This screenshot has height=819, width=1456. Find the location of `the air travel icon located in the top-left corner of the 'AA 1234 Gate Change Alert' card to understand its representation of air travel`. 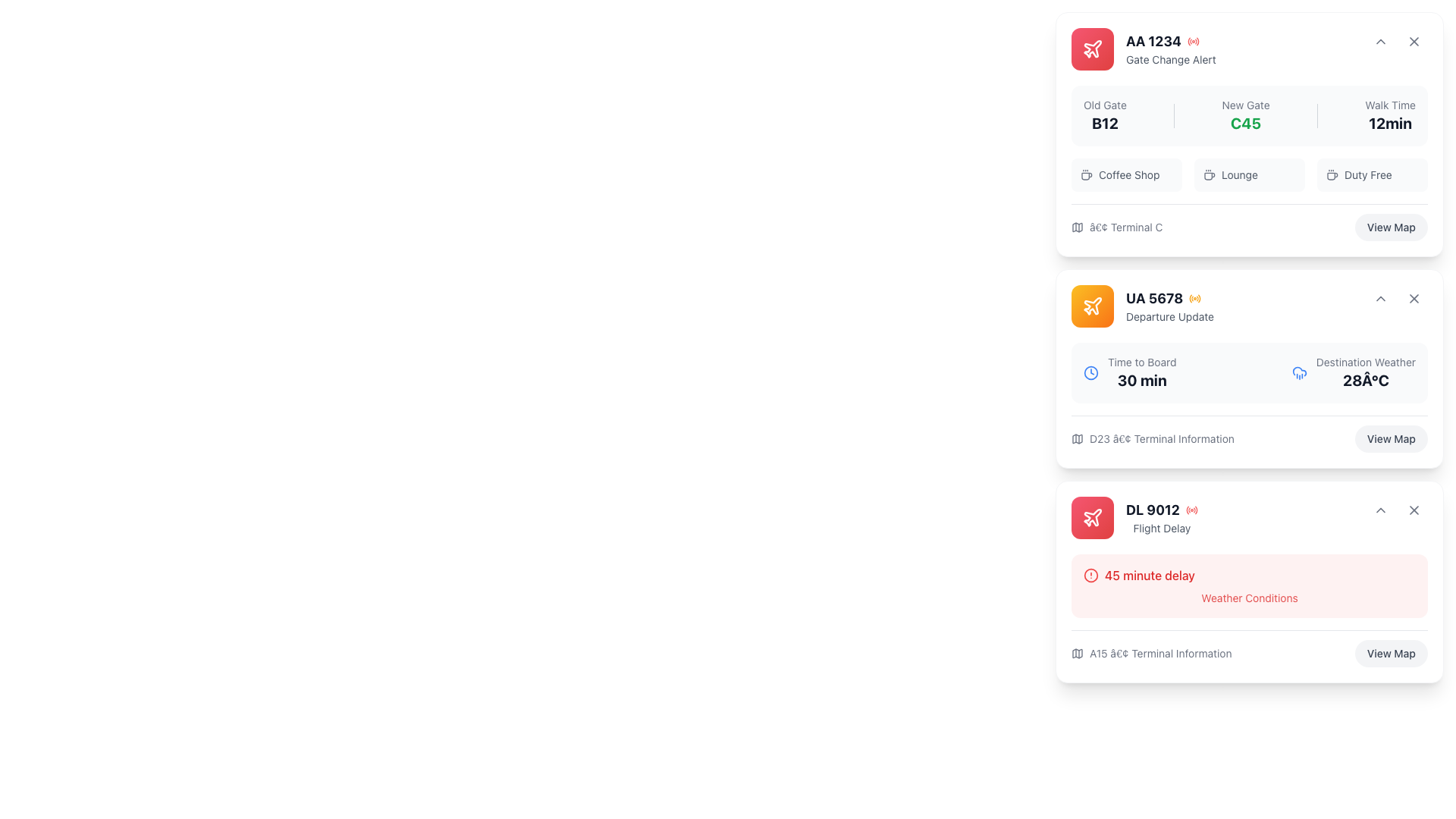

the air travel icon located in the top-left corner of the 'AA 1234 Gate Change Alert' card to understand its representation of air travel is located at coordinates (1093, 48).